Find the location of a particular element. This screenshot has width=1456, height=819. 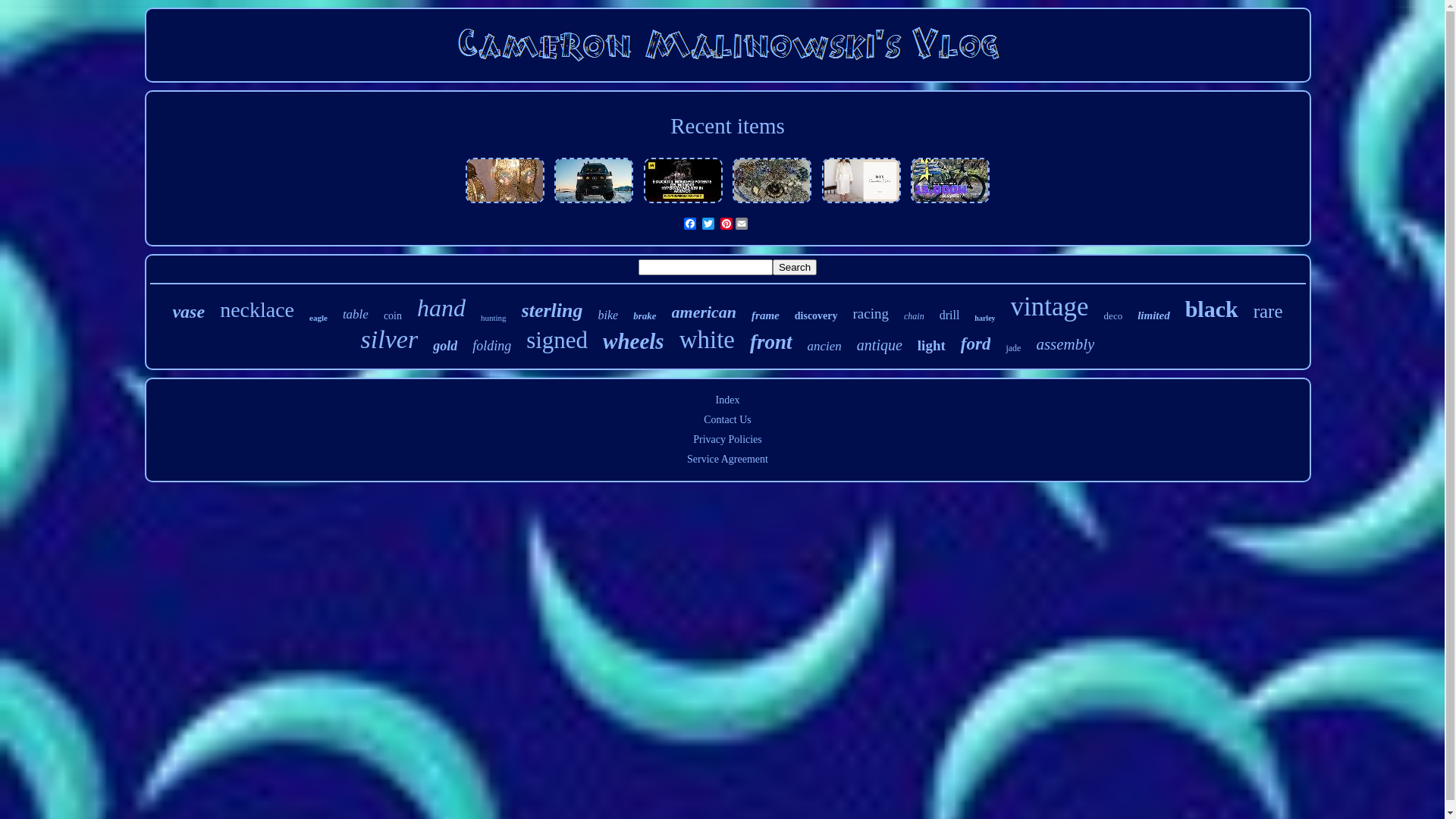

'sterling' is located at coordinates (521, 309).